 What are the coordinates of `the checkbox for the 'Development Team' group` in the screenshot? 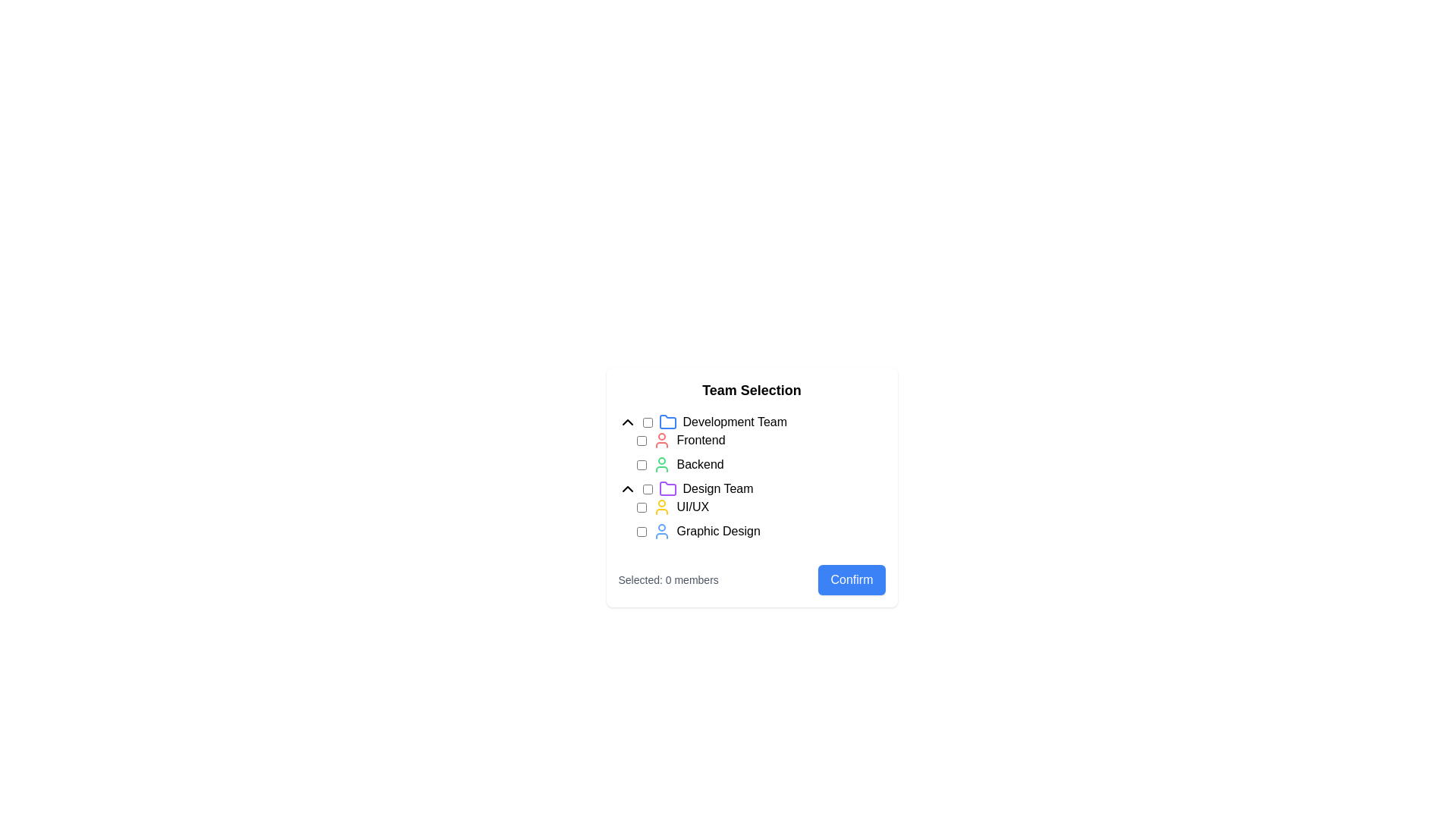 It's located at (648, 422).